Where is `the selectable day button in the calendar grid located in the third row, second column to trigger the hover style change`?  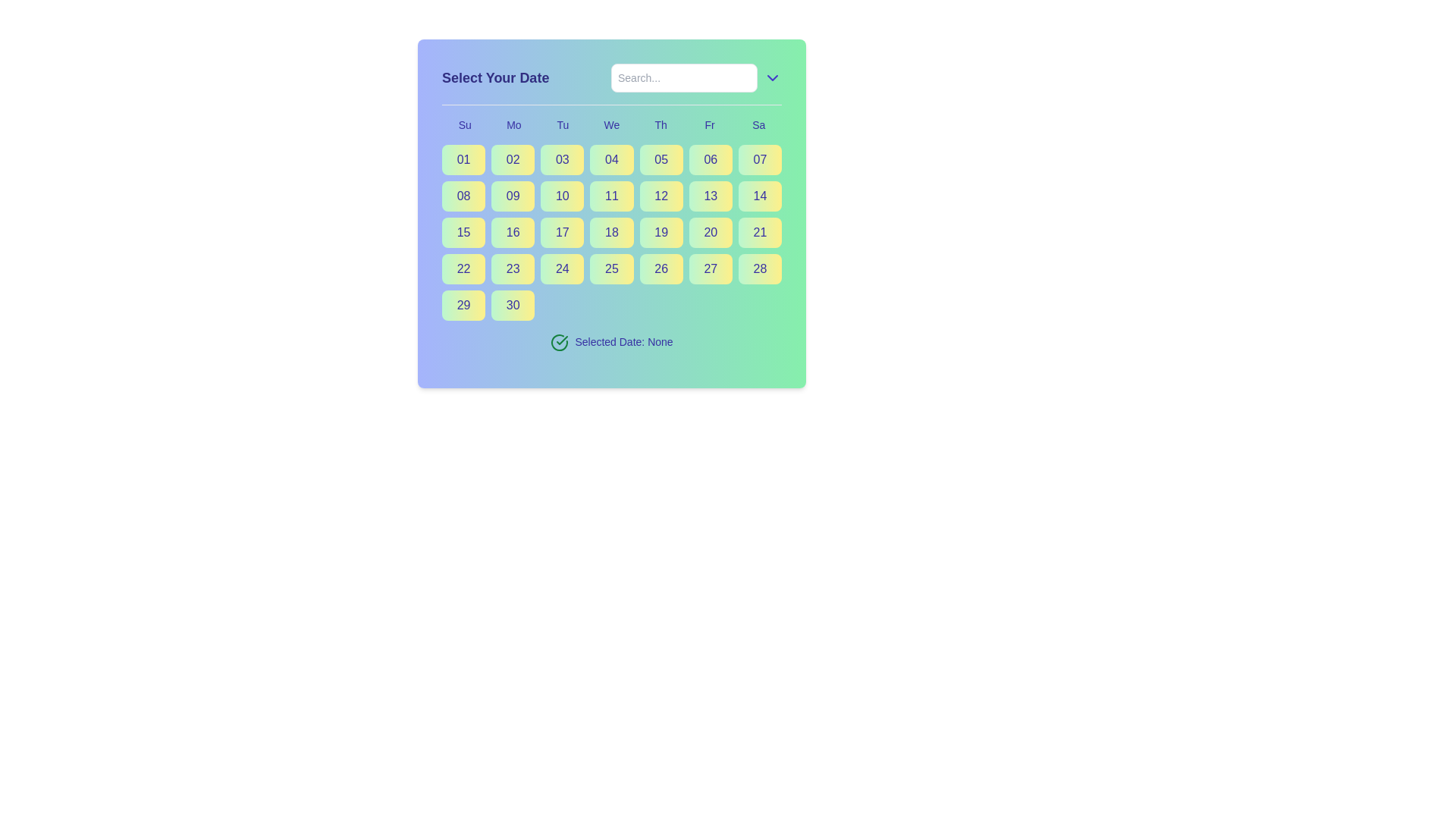 the selectable day button in the calendar grid located in the third row, second column to trigger the hover style change is located at coordinates (513, 233).